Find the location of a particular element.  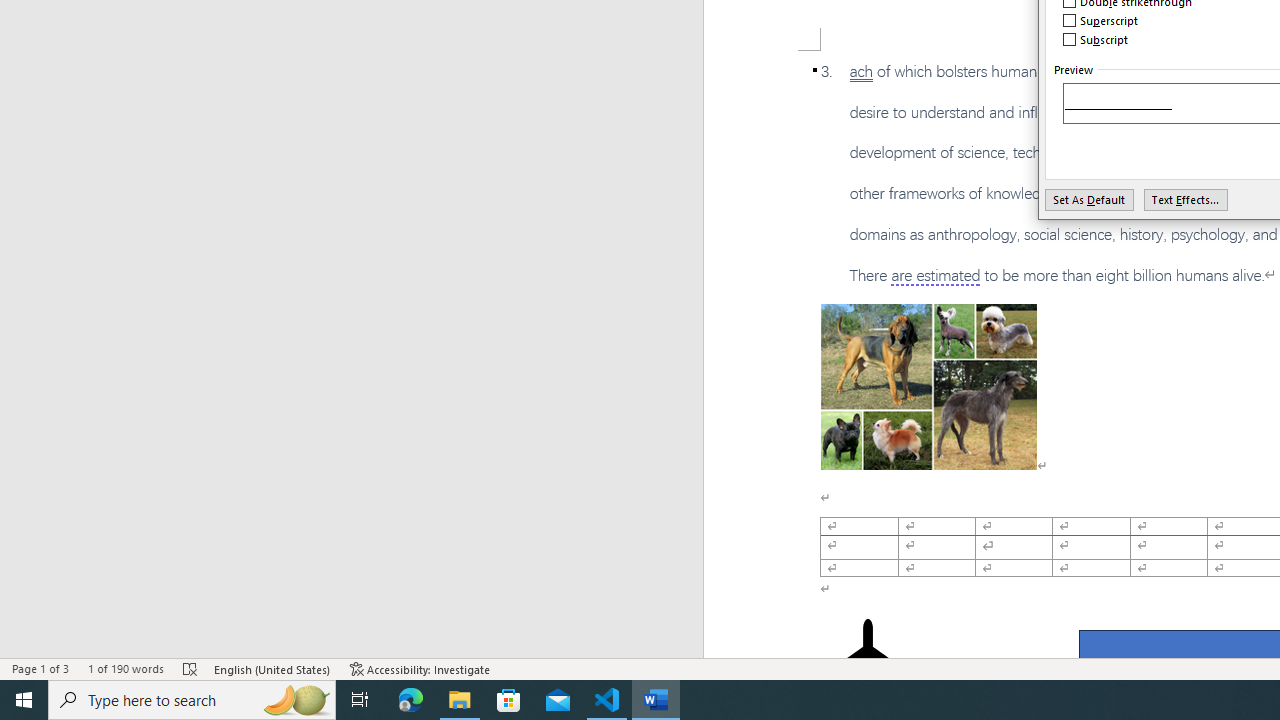

'Superscript' is located at coordinates (1100, 20).